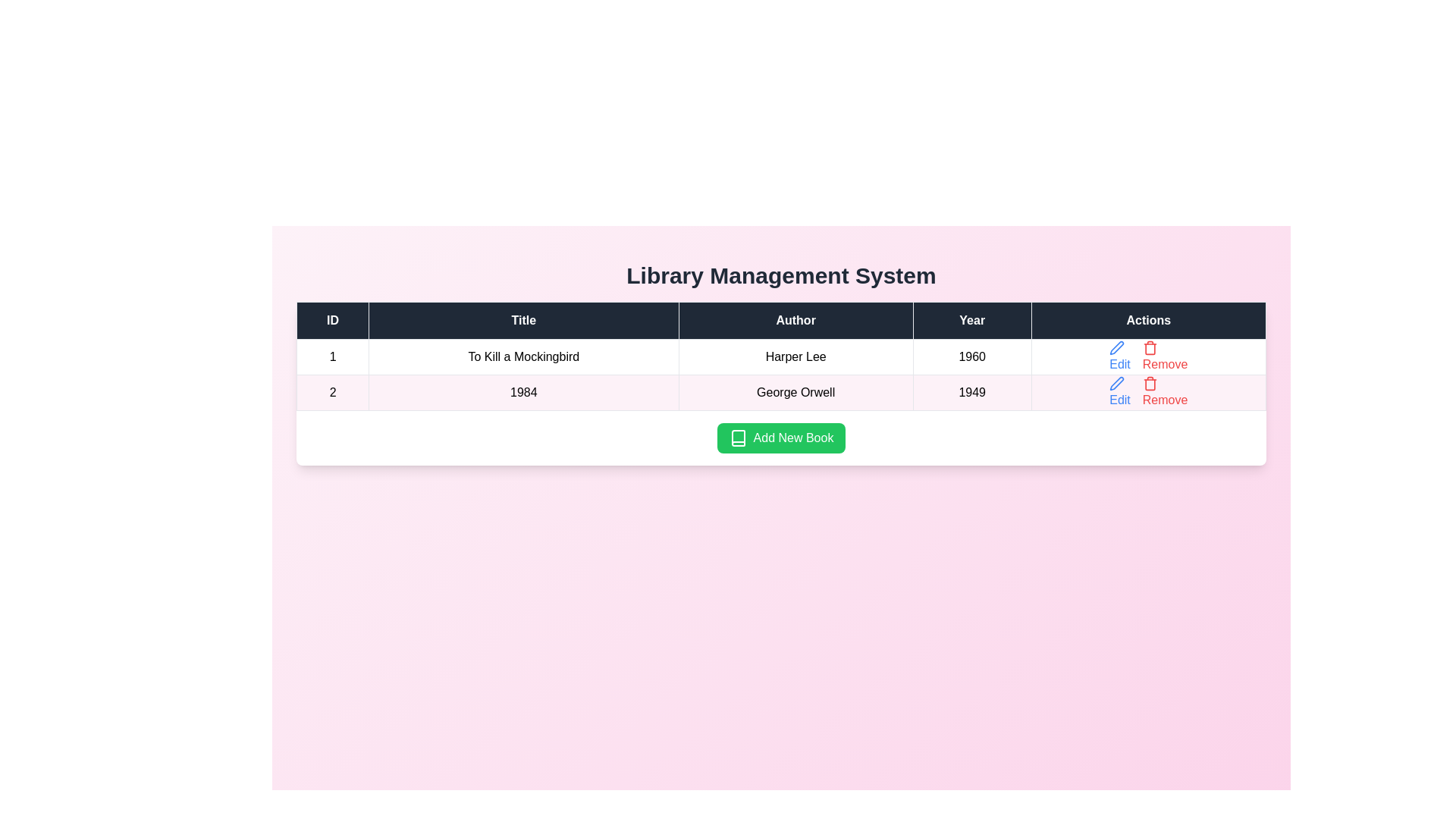 The height and width of the screenshot is (819, 1456). Describe the element at coordinates (332, 391) in the screenshot. I see `the static text element that identifies the unique ID of an item in the first cell of the second row of the book information table` at that location.